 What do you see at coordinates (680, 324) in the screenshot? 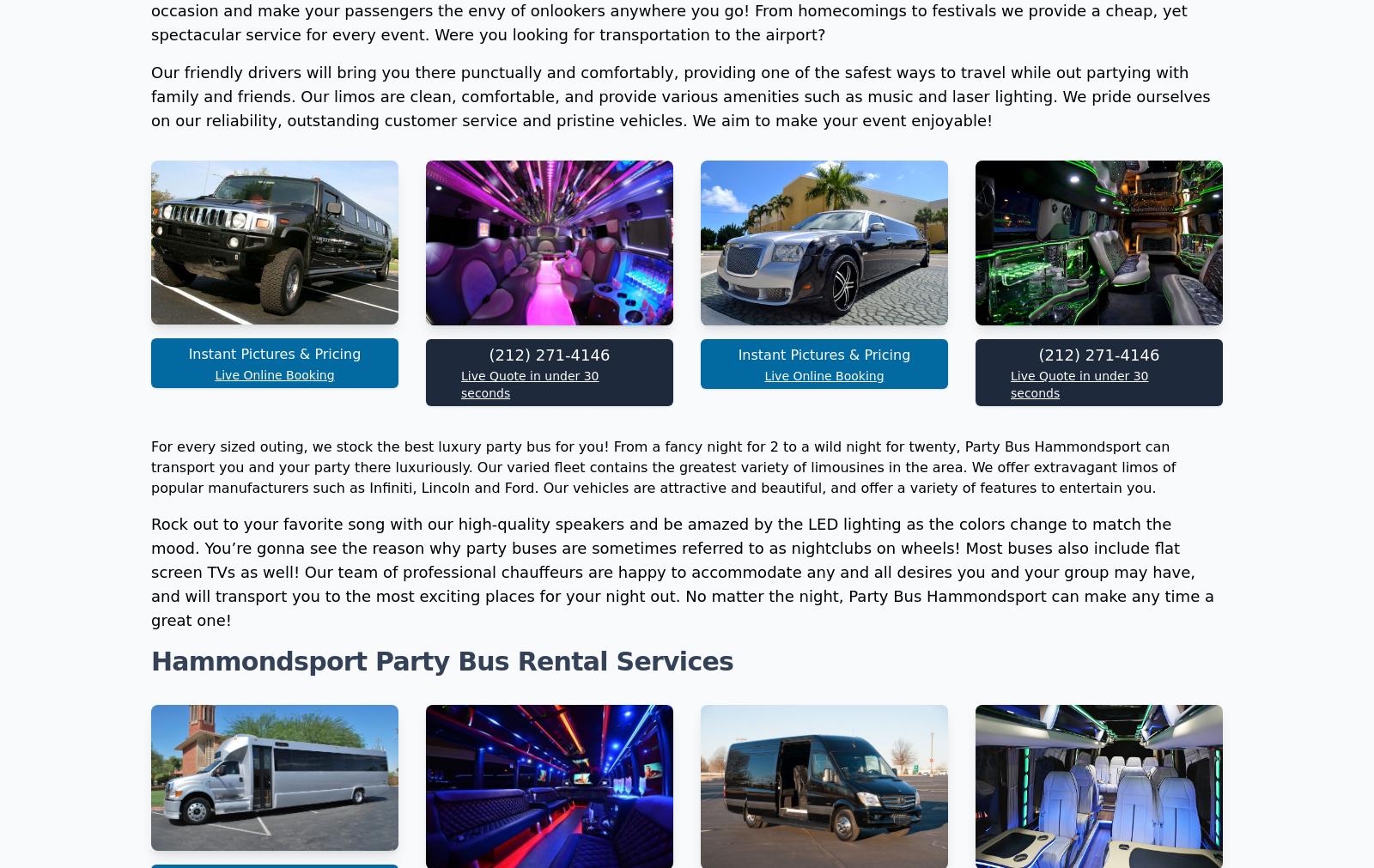
I see `'Our friendly drivers will bring you there punctually and comfortably, providing one of the safest ways to travel while out partying with family and friends. Our limos are clean, comfortable, and provide various amenities such as music and laser lighting. We pride ourselves on our reliability, outstanding customer service and pristine vehicles. We aim to make your event enjoyable!'` at bounding box center [680, 324].